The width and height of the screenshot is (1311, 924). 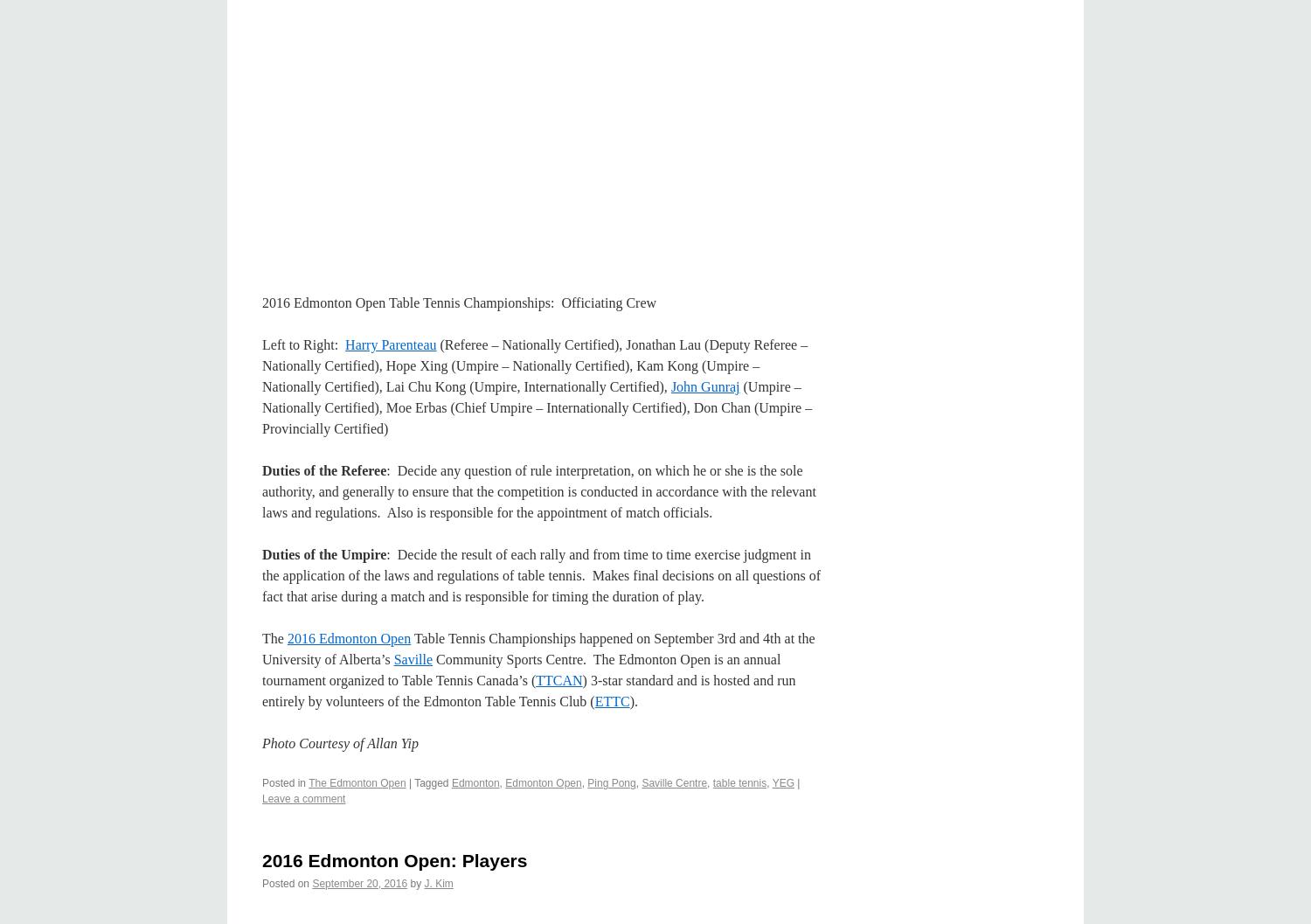 I want to click on 'TTCAN', so click(x=558, y=680).